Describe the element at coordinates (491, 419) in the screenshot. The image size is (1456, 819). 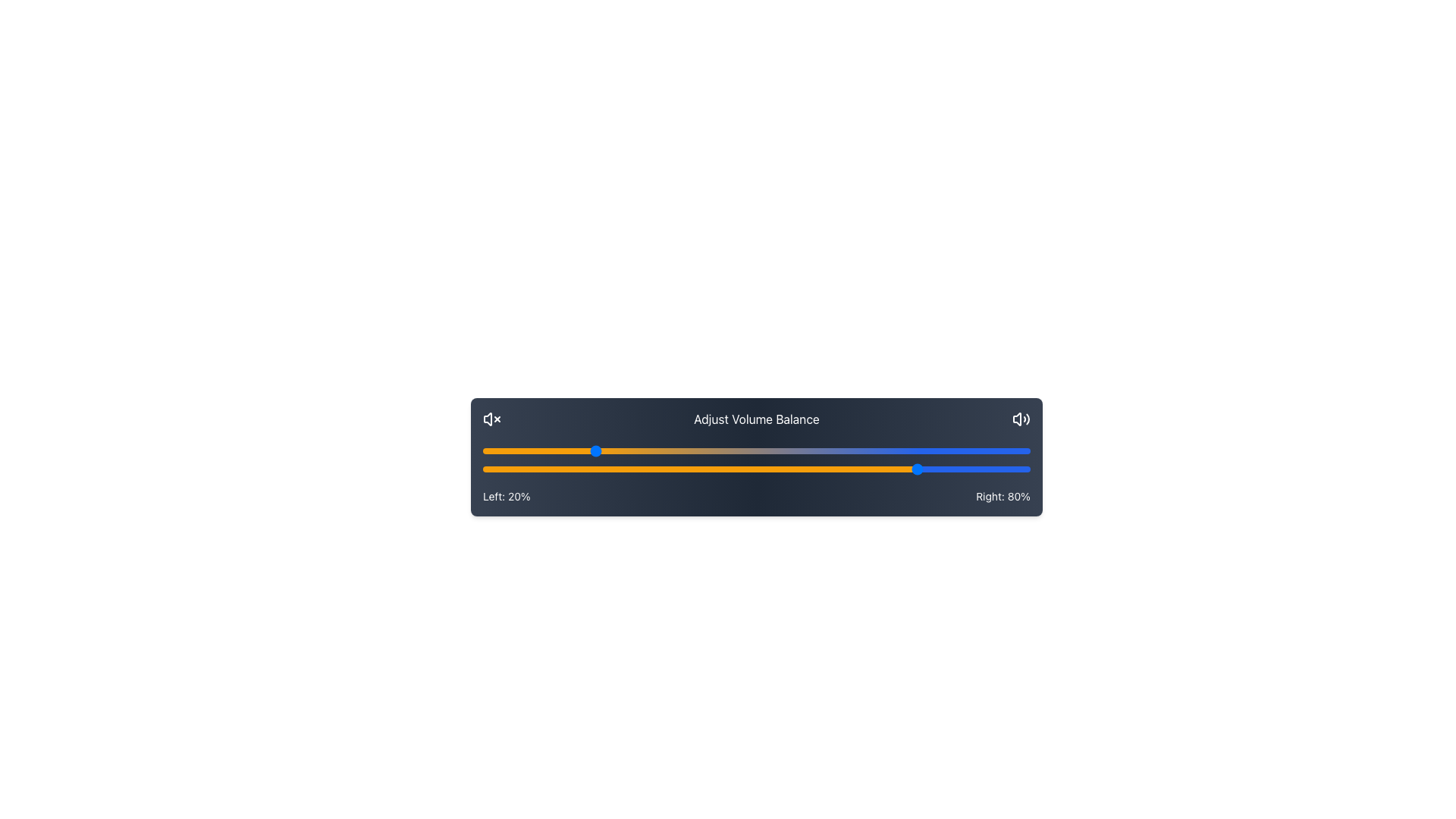
I see `the muted volume icon, which is a white speaker symbol with a cross mark, located on the far left of the 'Adjust Volume Balance' group layout` at that location.